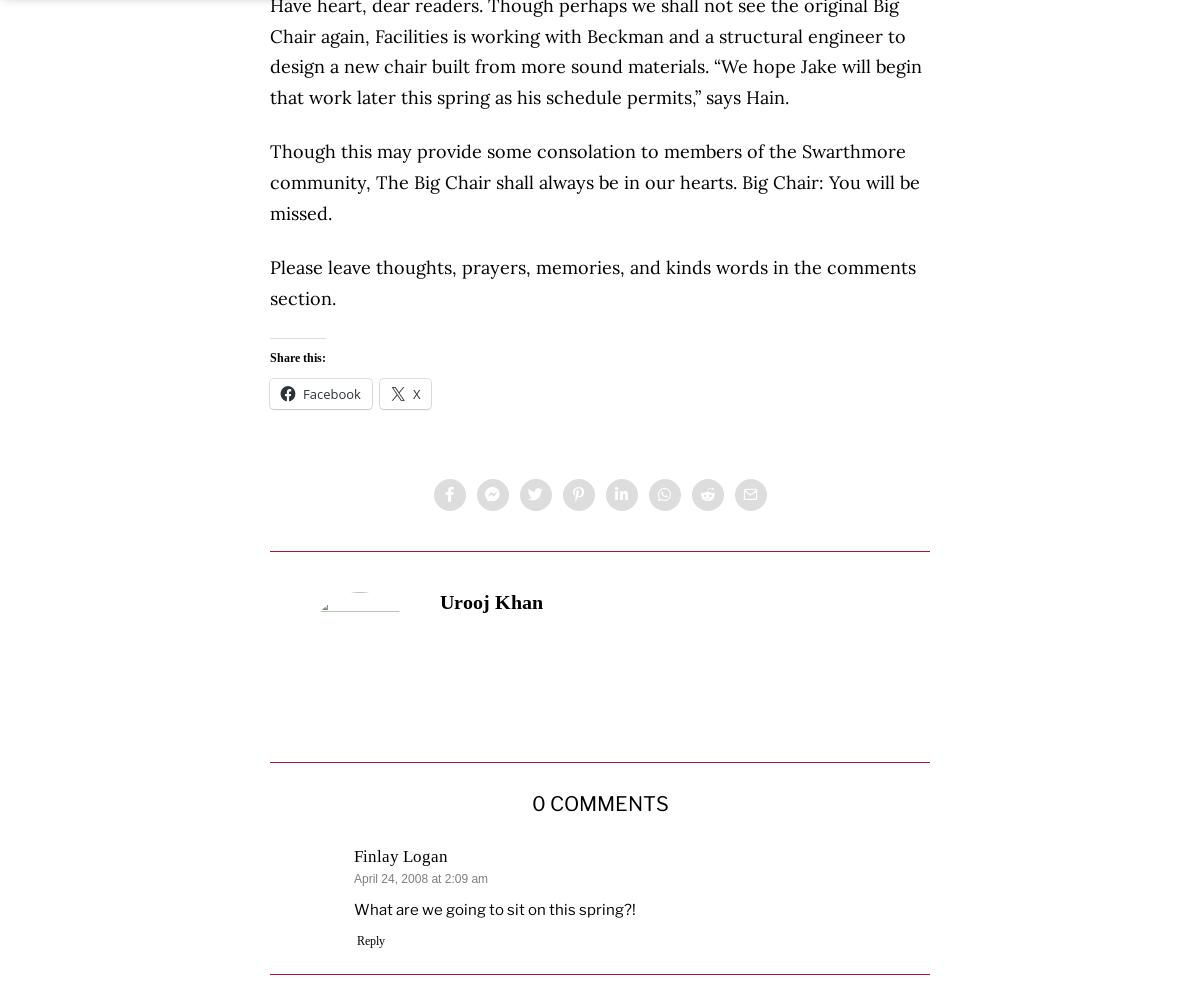 Image resolution: width=1200 pixels, height=981 pixels. I want to click on 'What are we going to sit on this spring?!', so click(494, 908).